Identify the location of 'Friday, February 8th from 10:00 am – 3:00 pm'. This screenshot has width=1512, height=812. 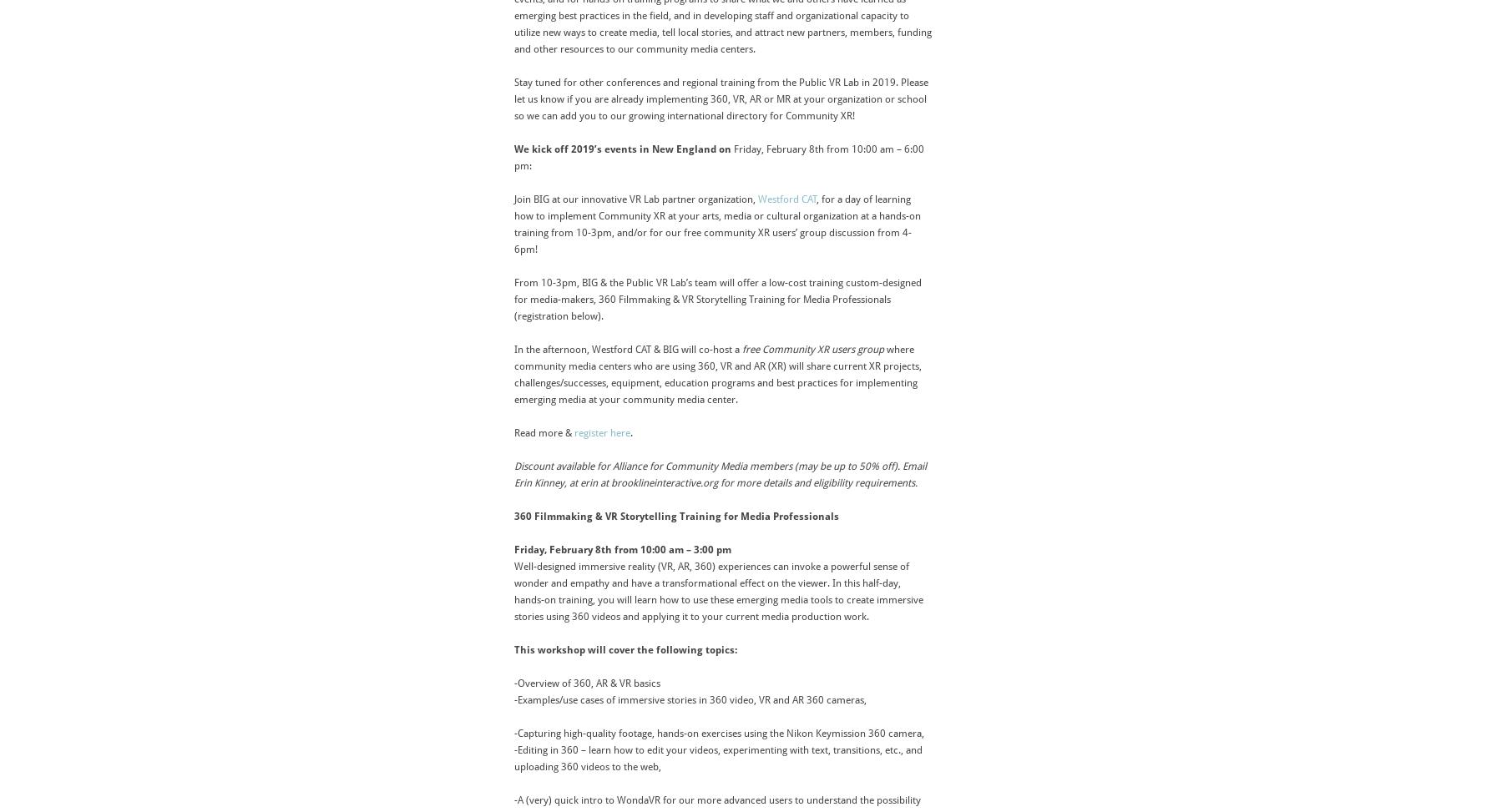
(513, 549).